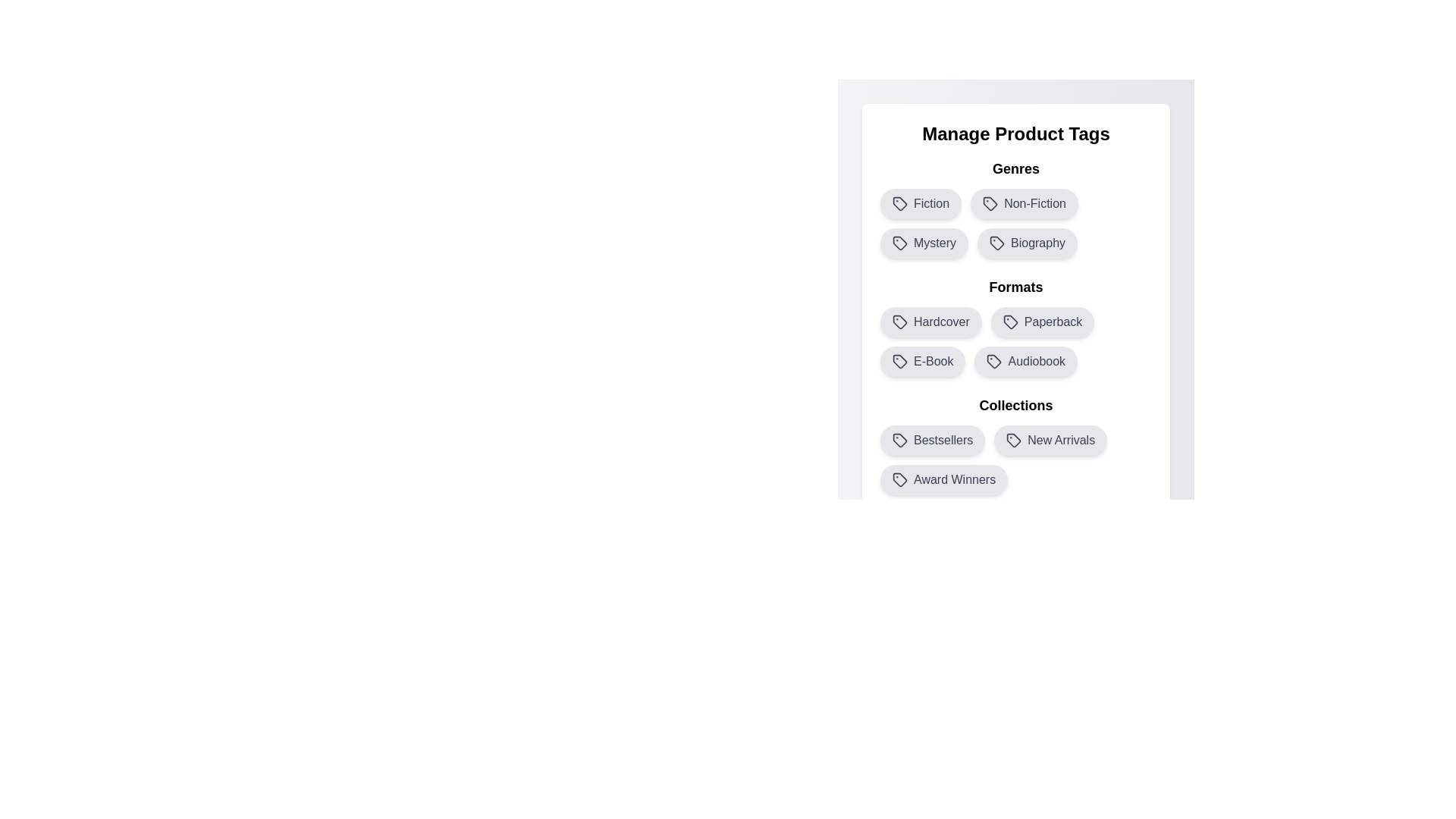 The height and width of the screenshot is (819, 1456). I want to click on the SVG tag icon located to the left of the 'New Arrivals' text within the rounded rectangular button in the 'Collections' section of the 'Manage Product Tags' interface, so click(1014, 441).